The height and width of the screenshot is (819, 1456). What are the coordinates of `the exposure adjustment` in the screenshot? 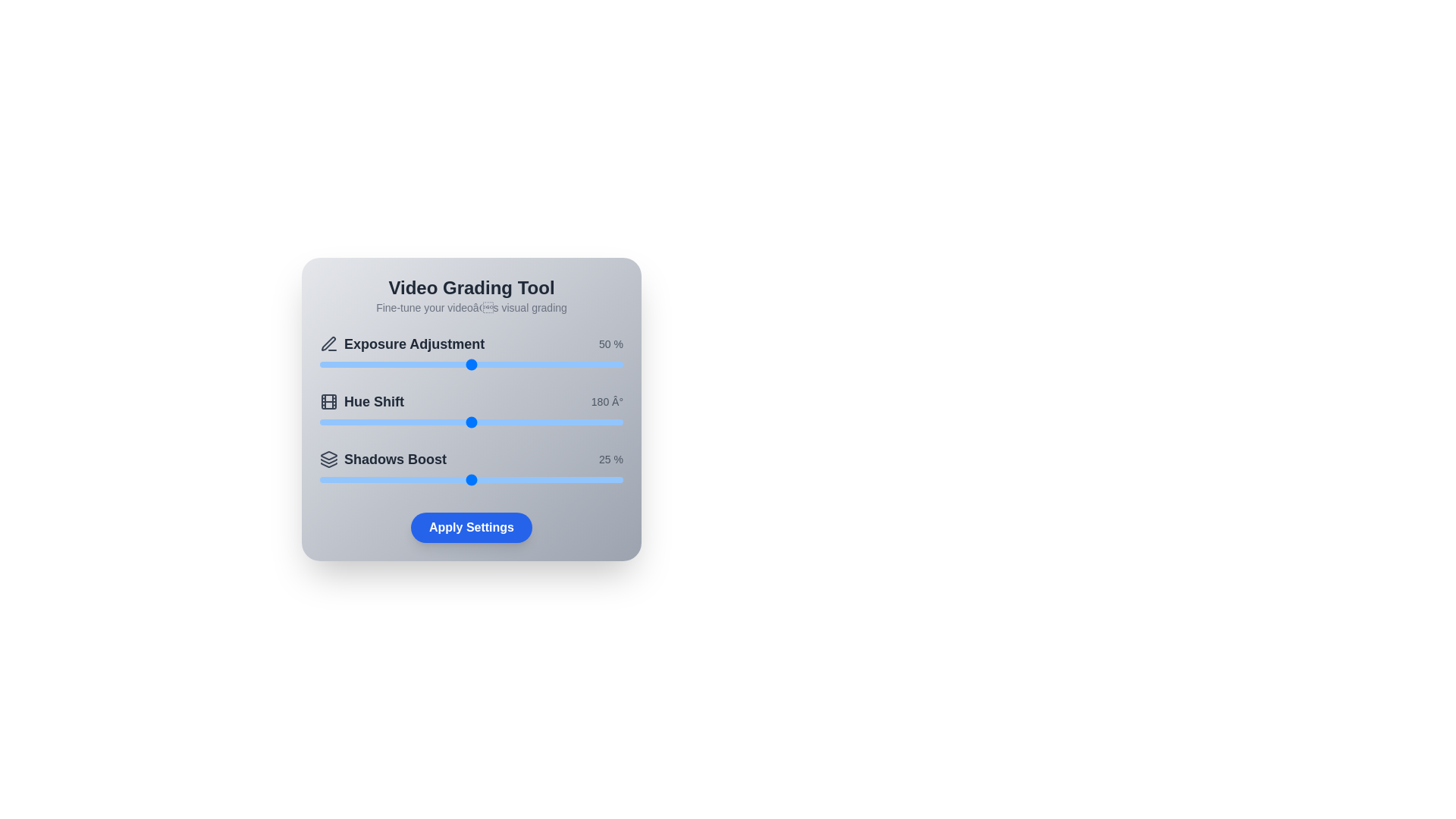 It's located at (393, 365).